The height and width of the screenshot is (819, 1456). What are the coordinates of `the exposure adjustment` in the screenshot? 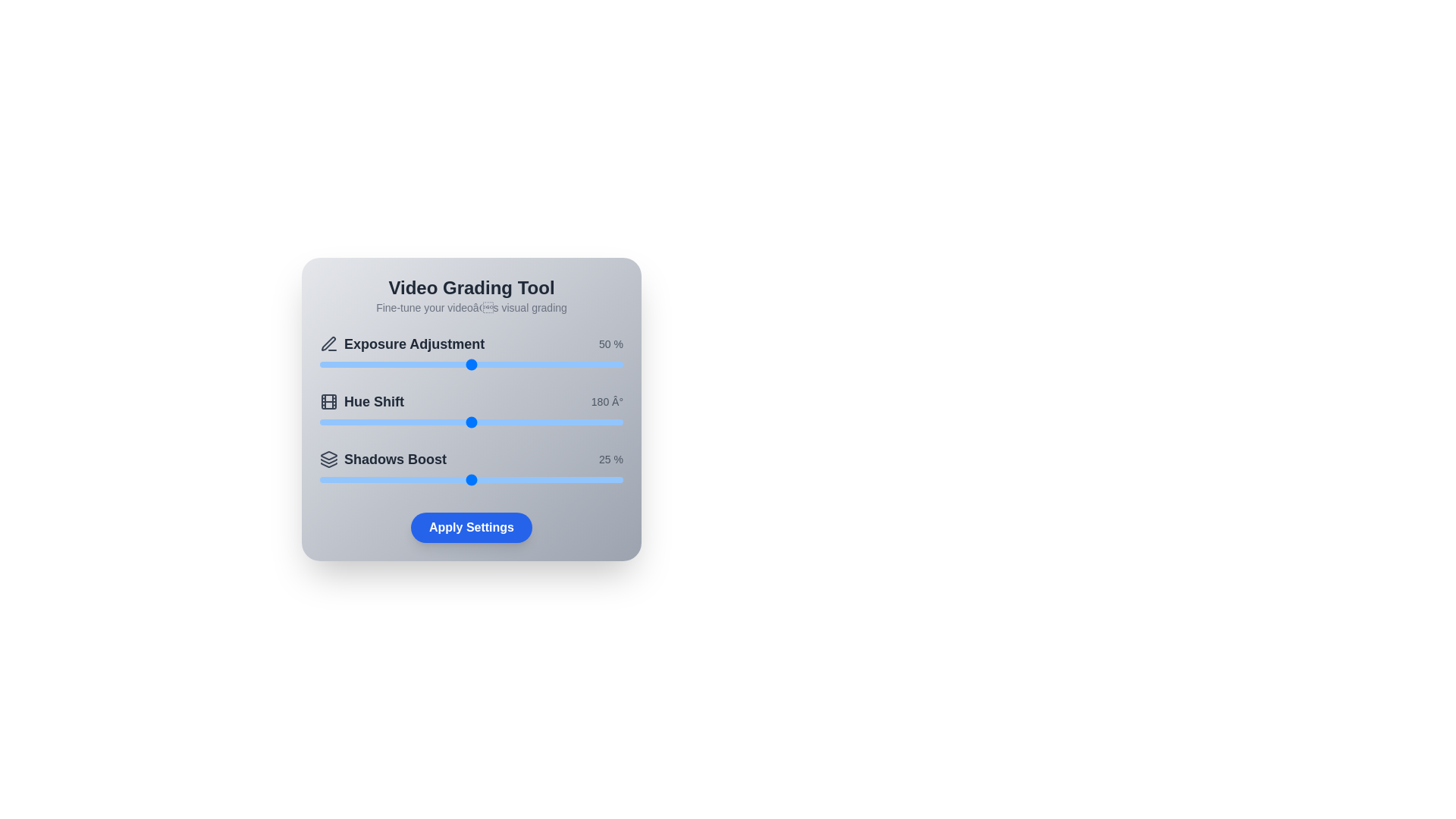 It's located at (393, 365).